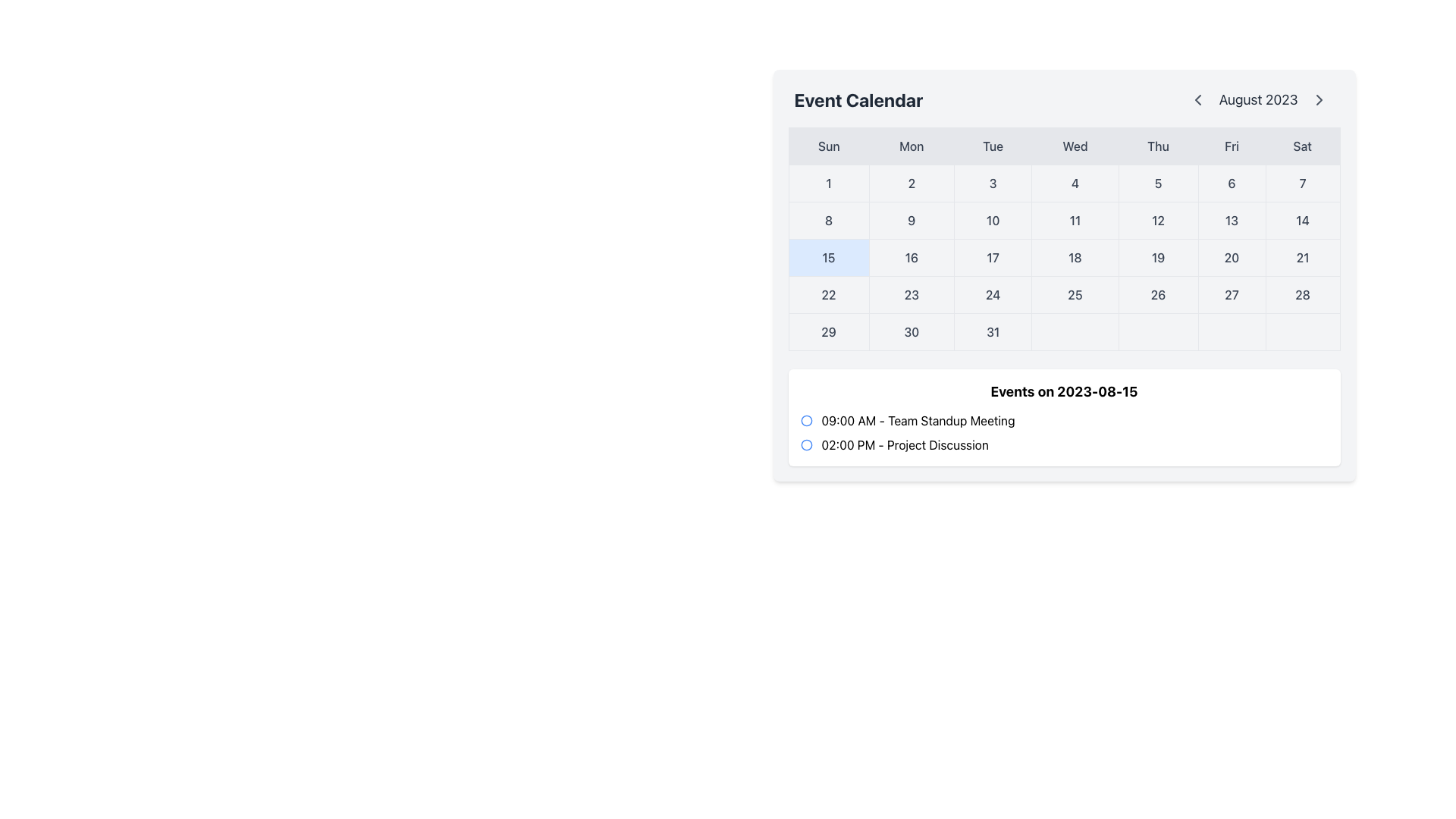  Describe the element at coordinates (1157, 146) in the screenshot. I see `text displayed on the Thursday label in the calendar interface, which is the fifth element in a horizontal list of day headers` at that location.